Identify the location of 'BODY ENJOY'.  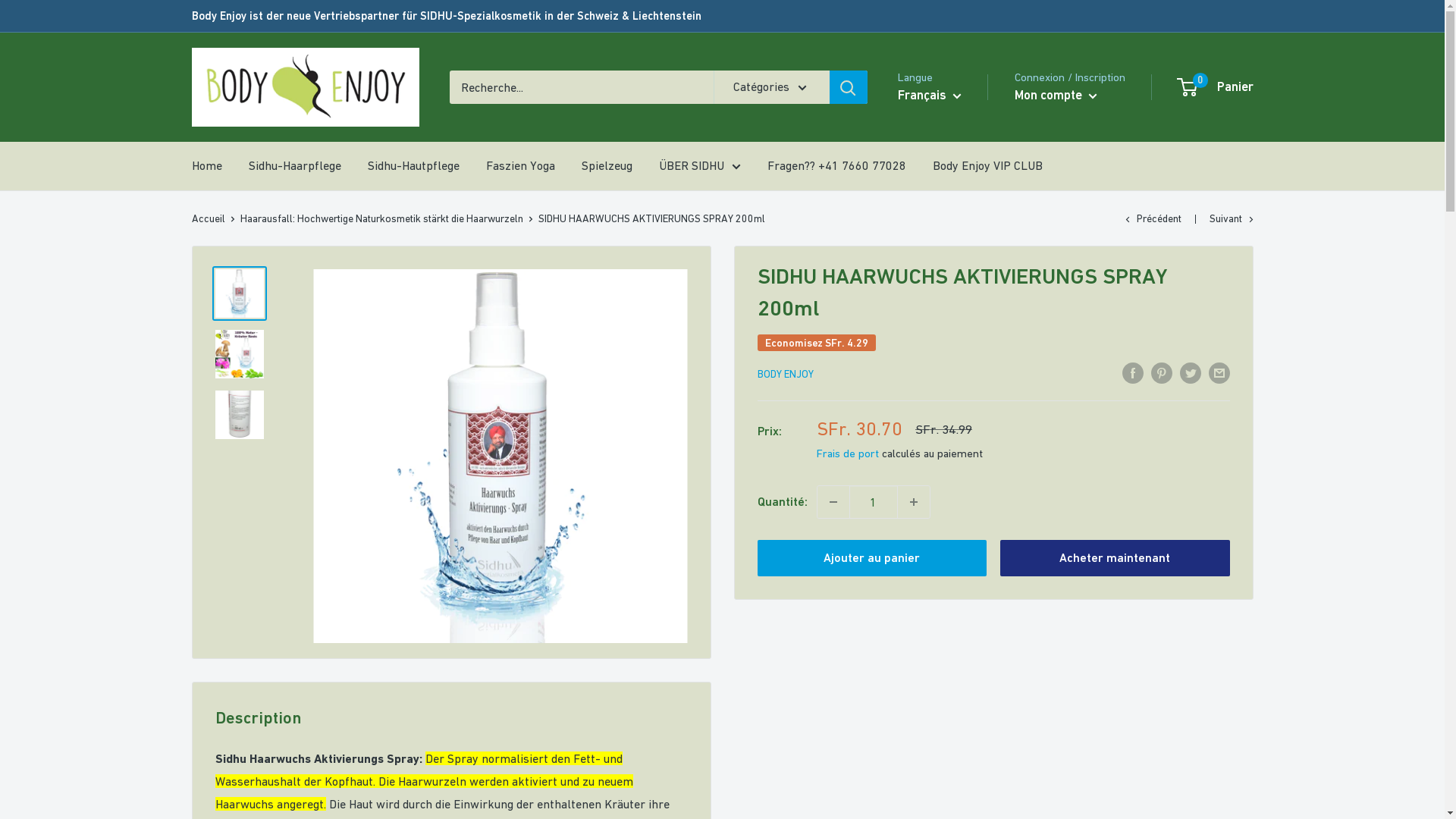
(785, 374).